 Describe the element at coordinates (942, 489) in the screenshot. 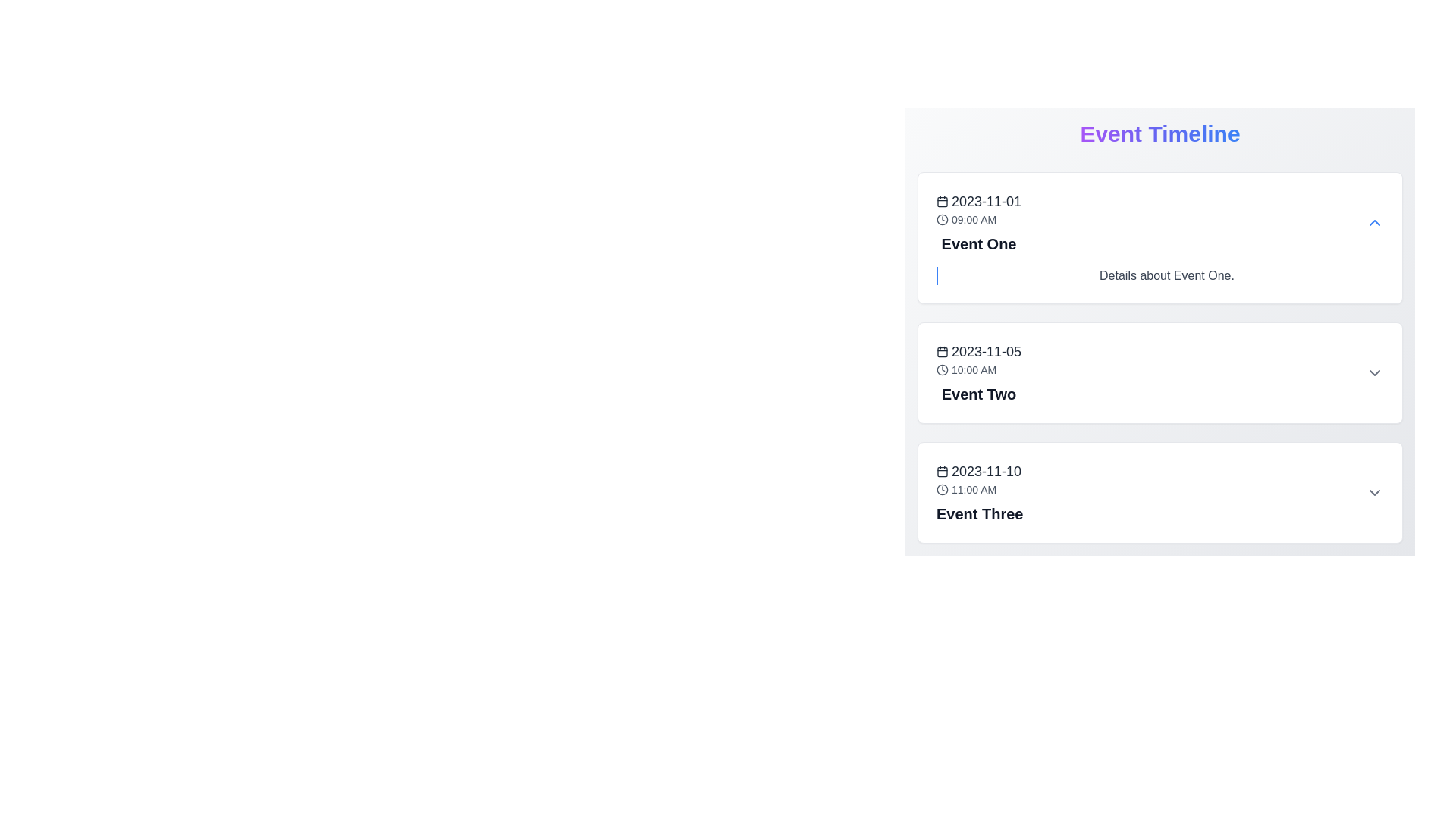

I see `the clock icon representing the time '11:00 AM' for 'Event Three', located to the left of the text '11:00 AM' in the timeline's date and time row` at that location.